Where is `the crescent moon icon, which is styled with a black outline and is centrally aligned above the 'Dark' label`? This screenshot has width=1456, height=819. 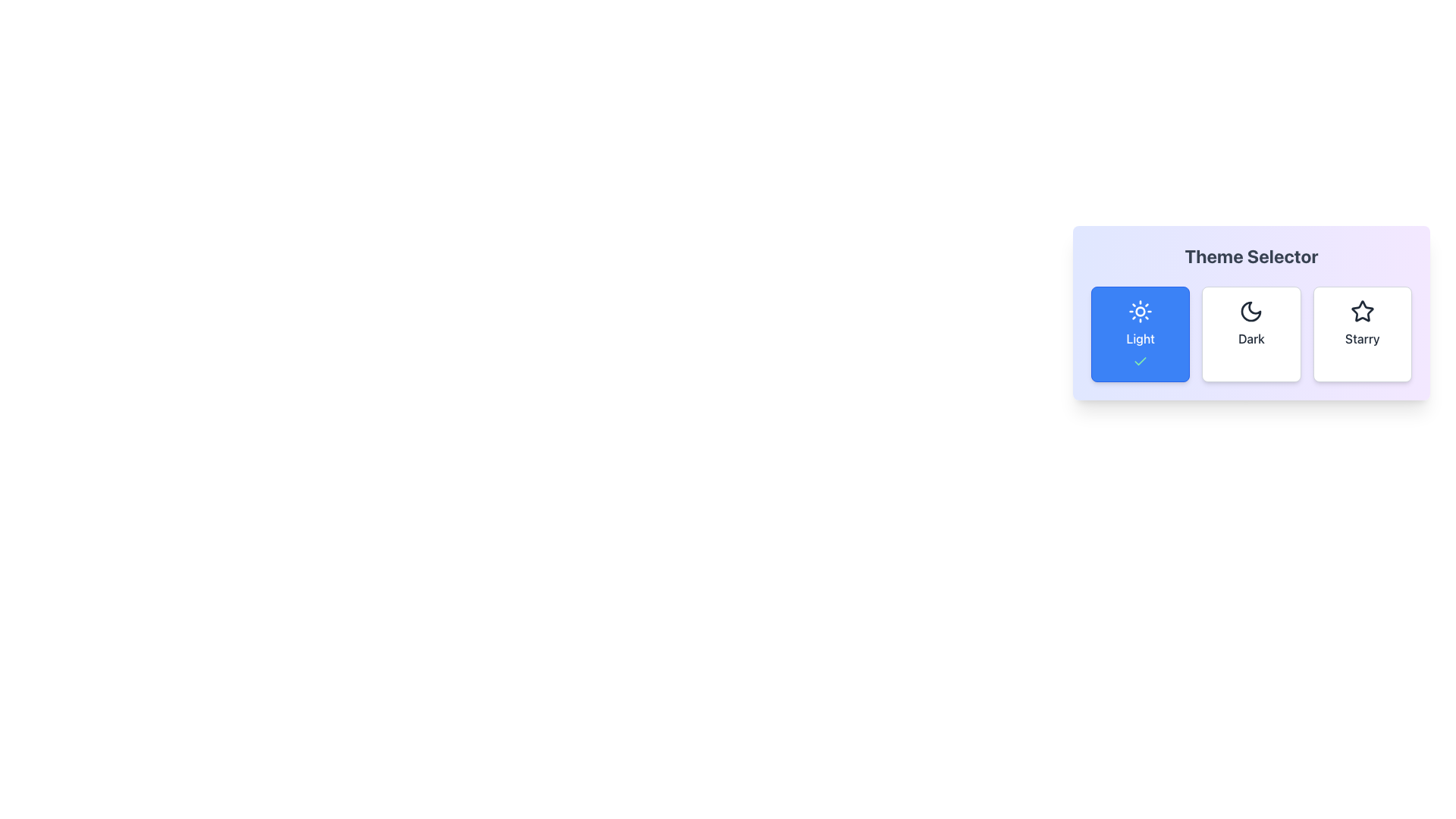 the crescent moon icon, which is styled with a black outline and is centrally aligned above the 'Dark' label is located at coordinates (1251, 311).